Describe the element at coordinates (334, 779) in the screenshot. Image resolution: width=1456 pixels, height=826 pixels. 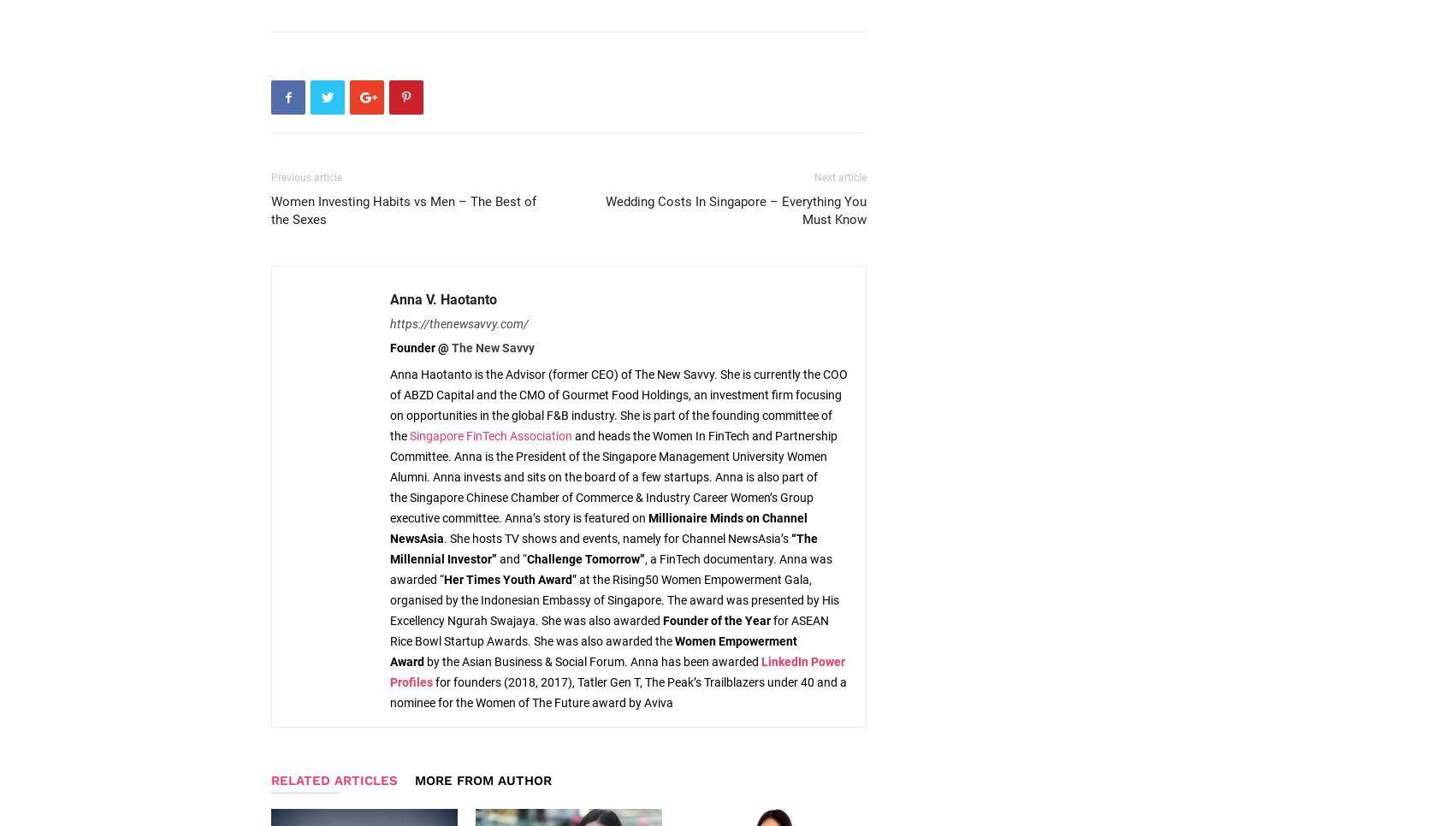
I see `'RELATED ARTICLES'` at that location.